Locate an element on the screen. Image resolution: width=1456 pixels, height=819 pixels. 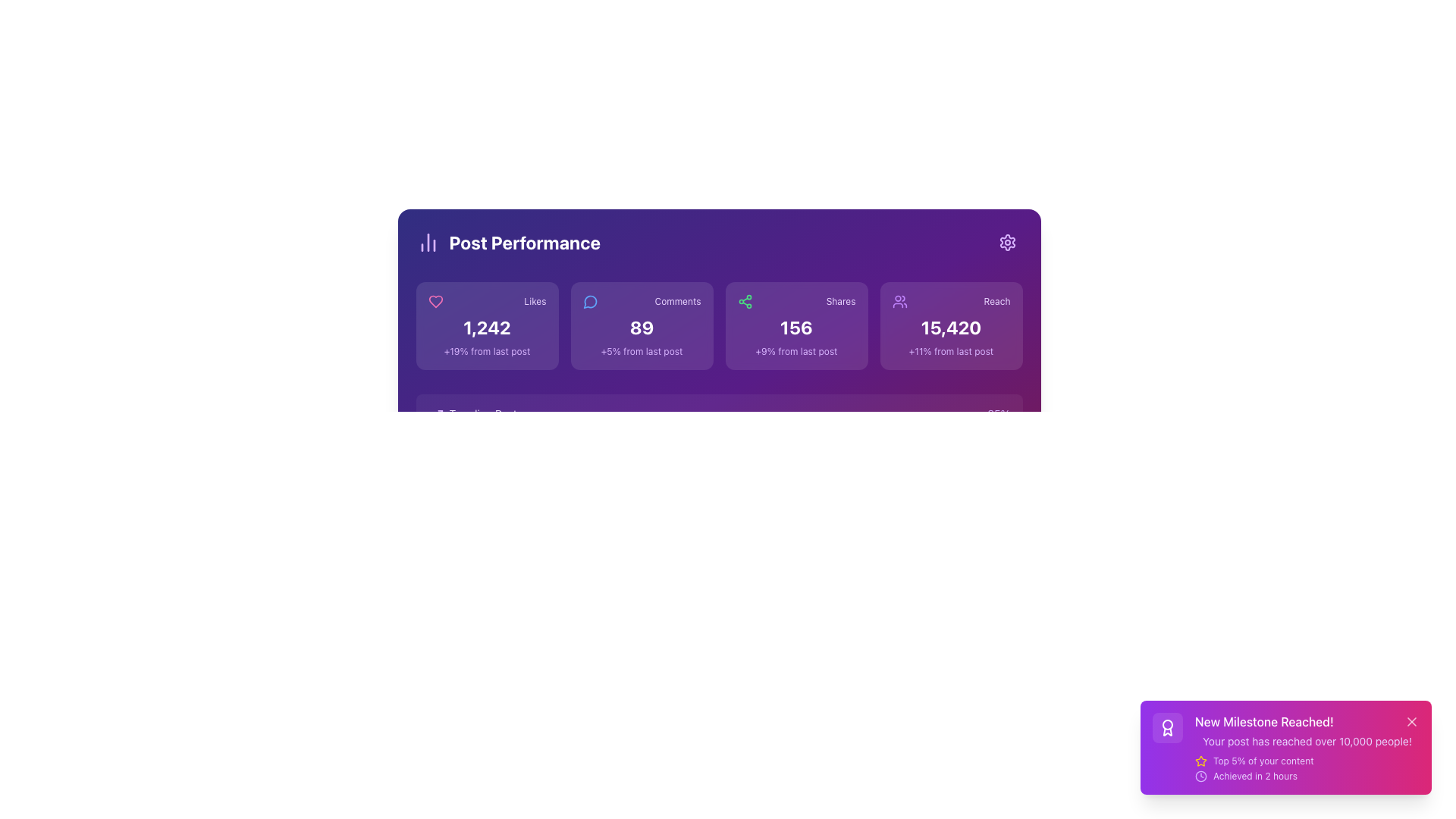
the text element displaying the current reach count, located in the rightmost card below the 'Reach' heading and above the '+11% from last post' caption is located at coordinates (950, 327).